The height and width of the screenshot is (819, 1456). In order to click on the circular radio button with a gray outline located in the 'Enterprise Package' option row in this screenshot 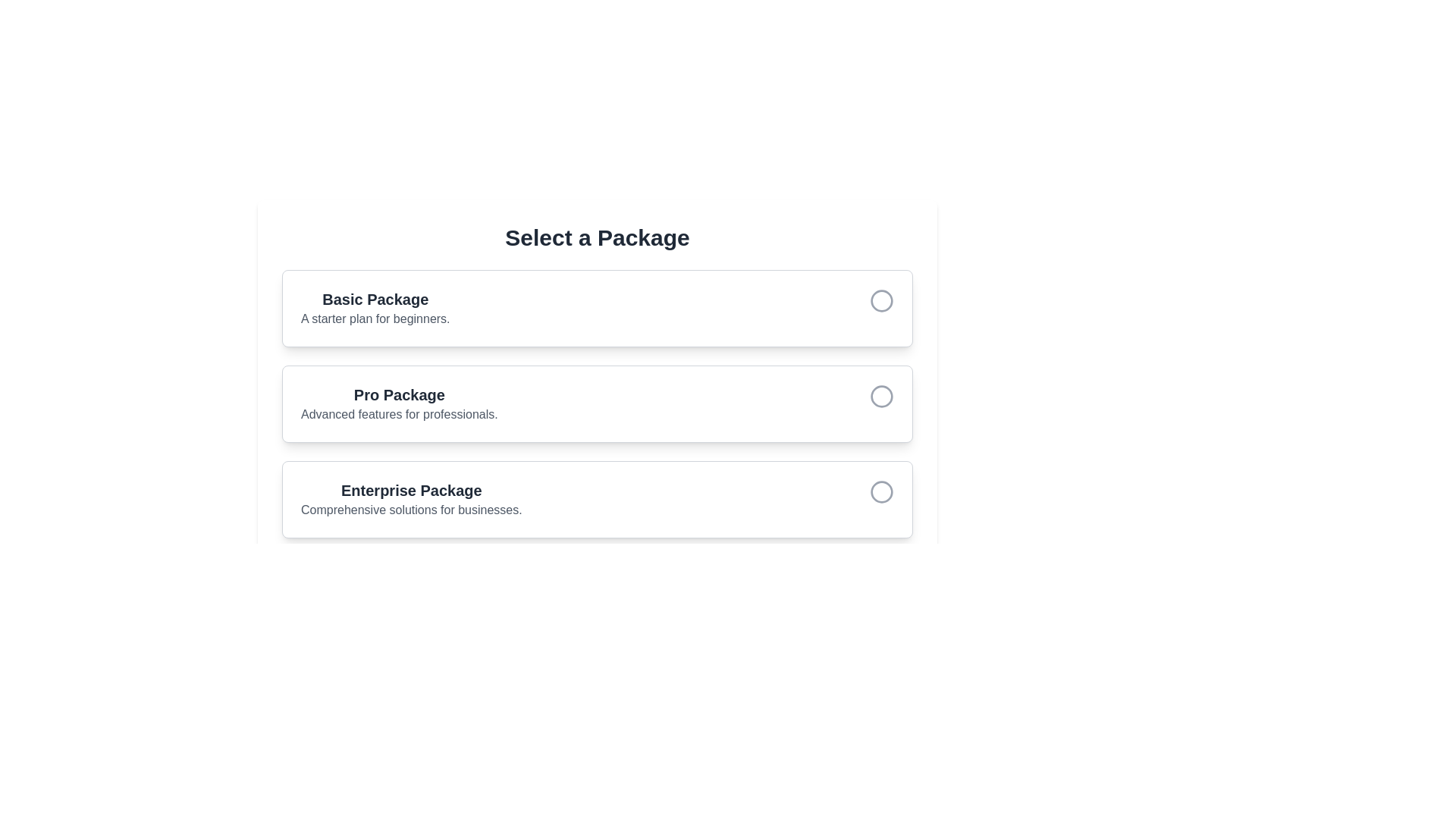, I will do `click(881, 491)`.